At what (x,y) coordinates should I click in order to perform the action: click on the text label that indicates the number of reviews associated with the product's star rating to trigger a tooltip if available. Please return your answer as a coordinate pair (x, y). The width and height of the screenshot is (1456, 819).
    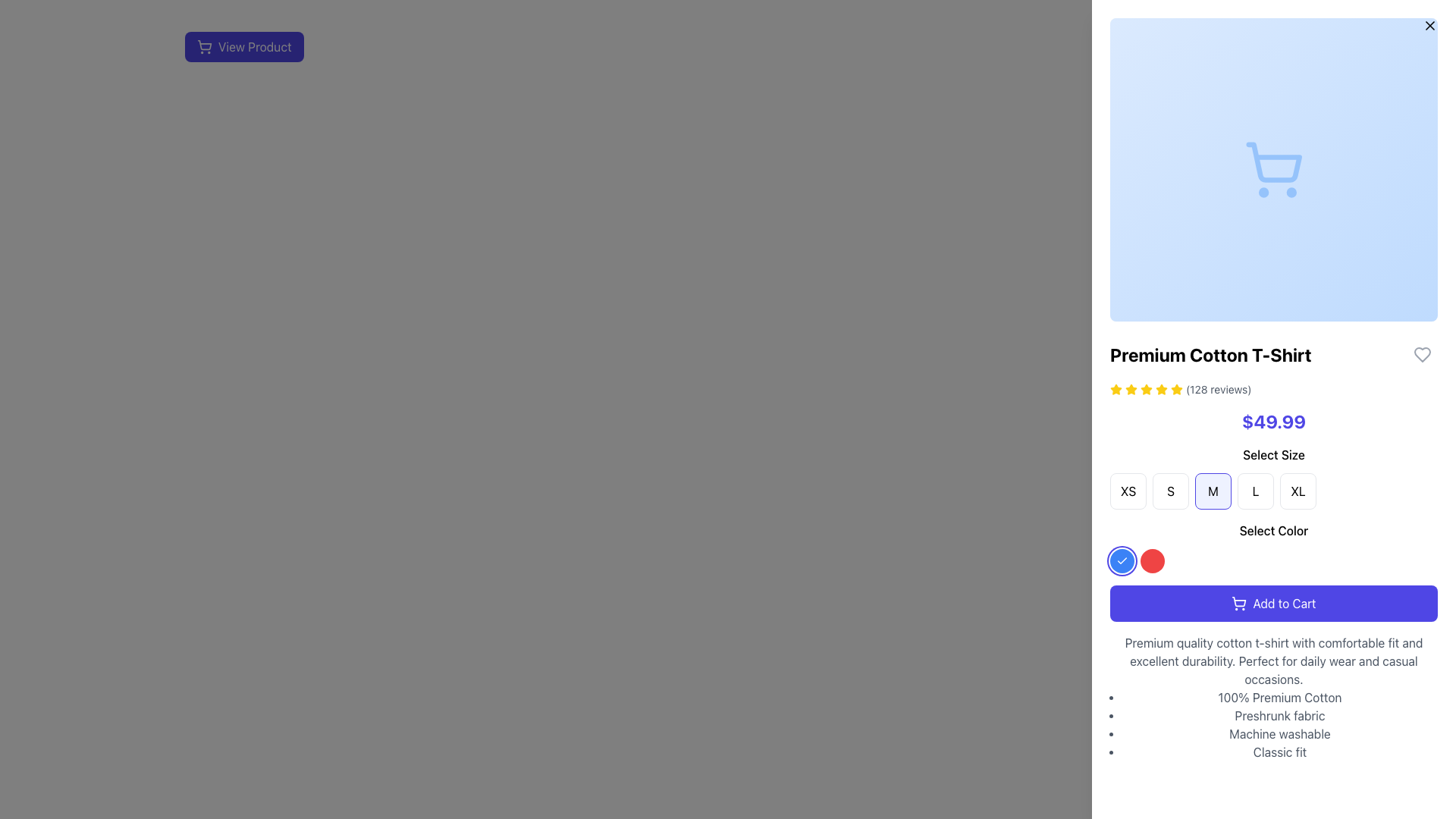
    Looking at the image, I should click on (1219, 388).